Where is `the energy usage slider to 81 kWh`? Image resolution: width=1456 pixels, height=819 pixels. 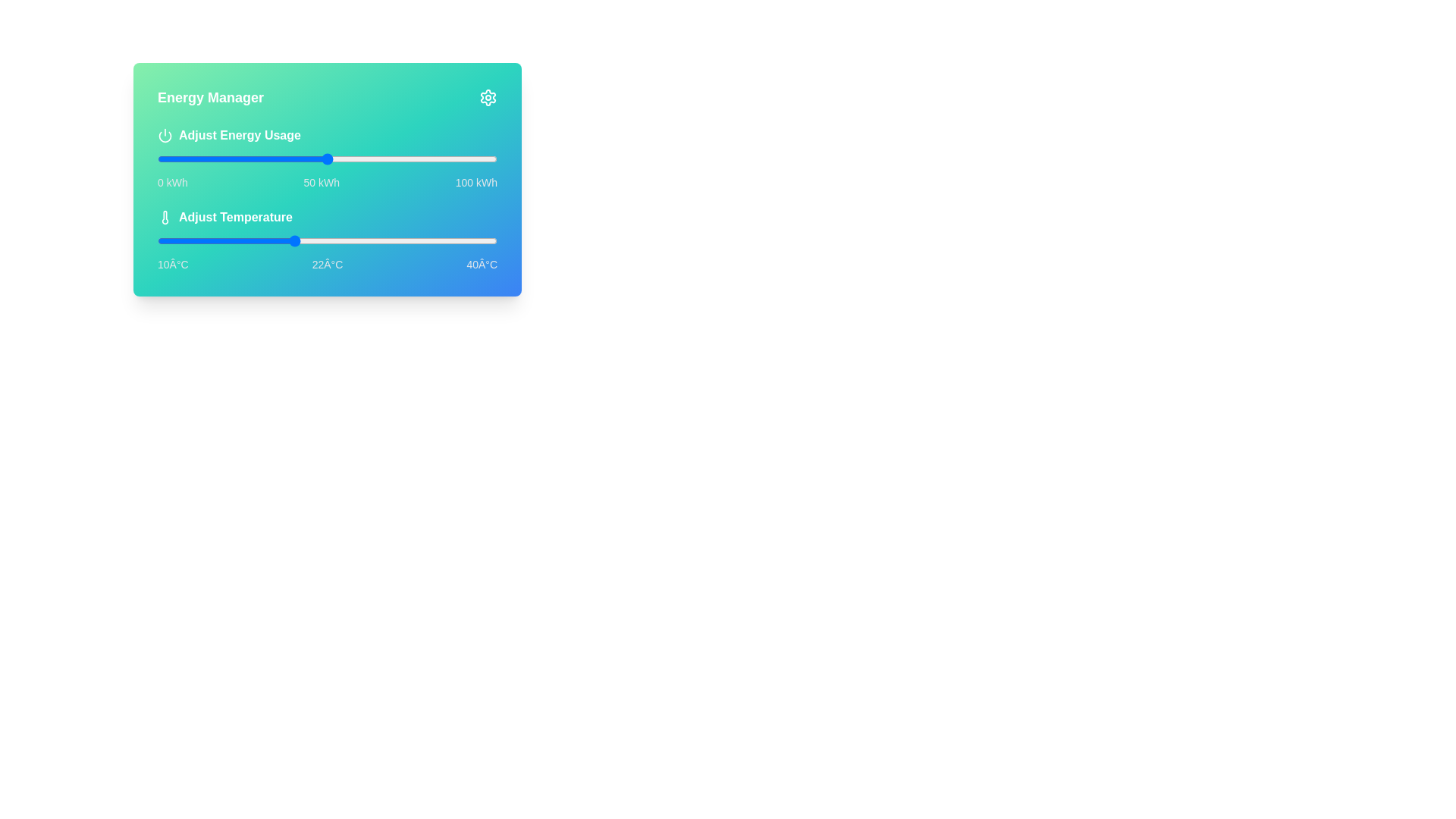 the energy usage slider to 81 kWh is located at coordinates (431, 158).